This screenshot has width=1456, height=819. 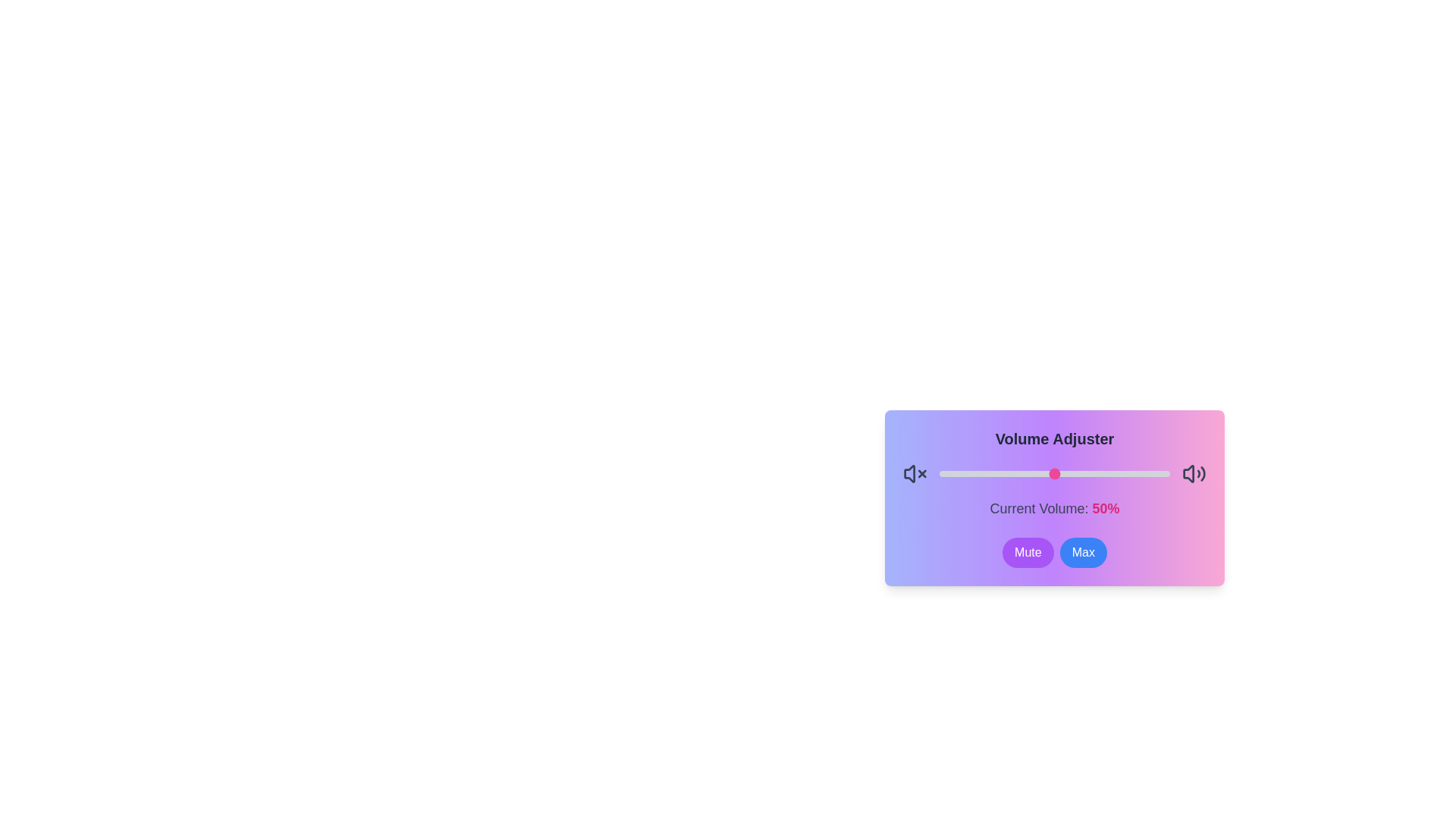 What do you see at coordinates (1149, 472) in the screenshot?
I see `the volume to 91 percent by dragging the slider` at bounding box center [1149, 472].